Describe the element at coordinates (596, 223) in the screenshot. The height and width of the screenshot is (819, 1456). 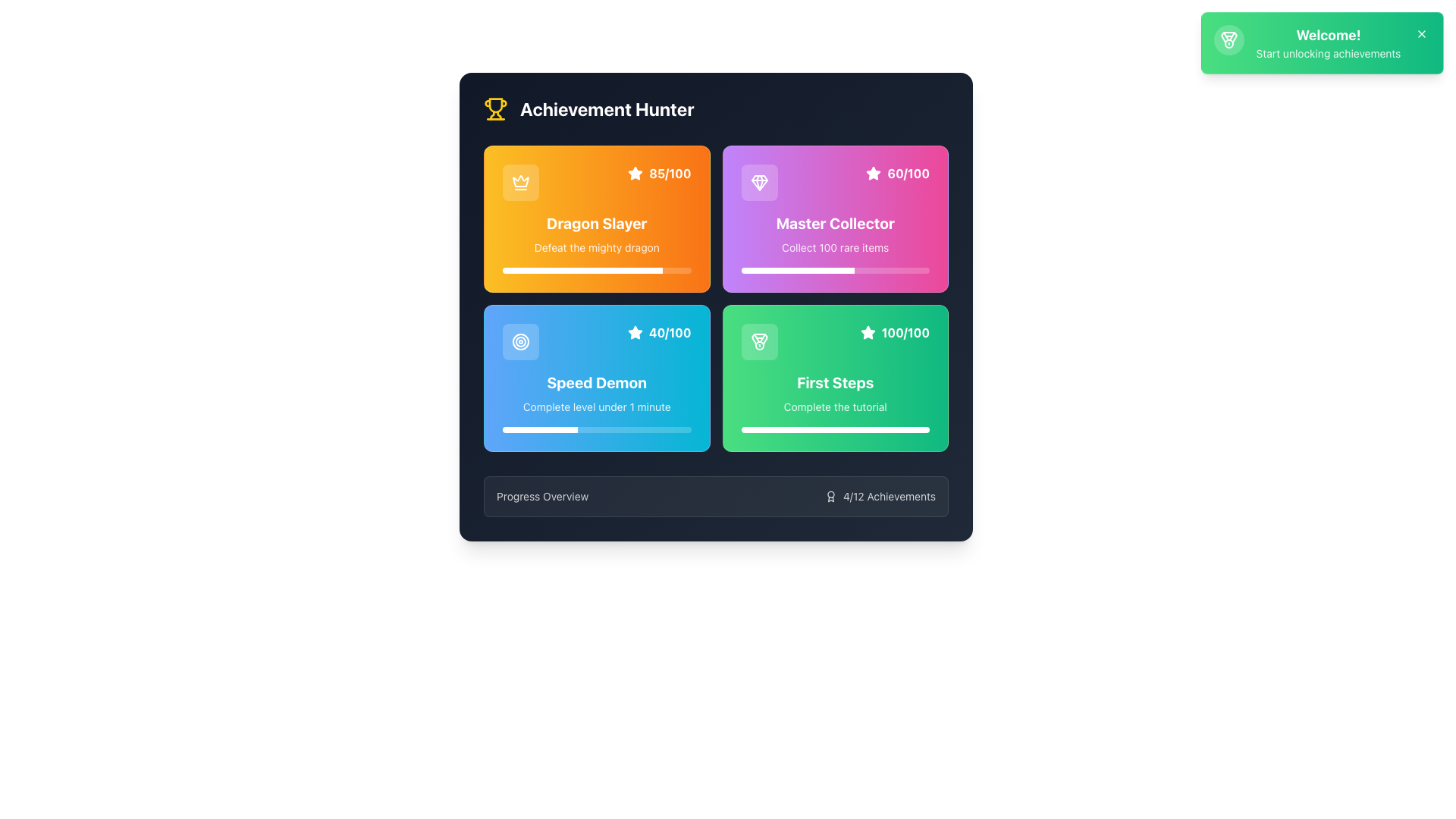
I see `the text label displaying 'Dragon Slayer' which is styled in bold, white font against a gradient orange background` at that location.